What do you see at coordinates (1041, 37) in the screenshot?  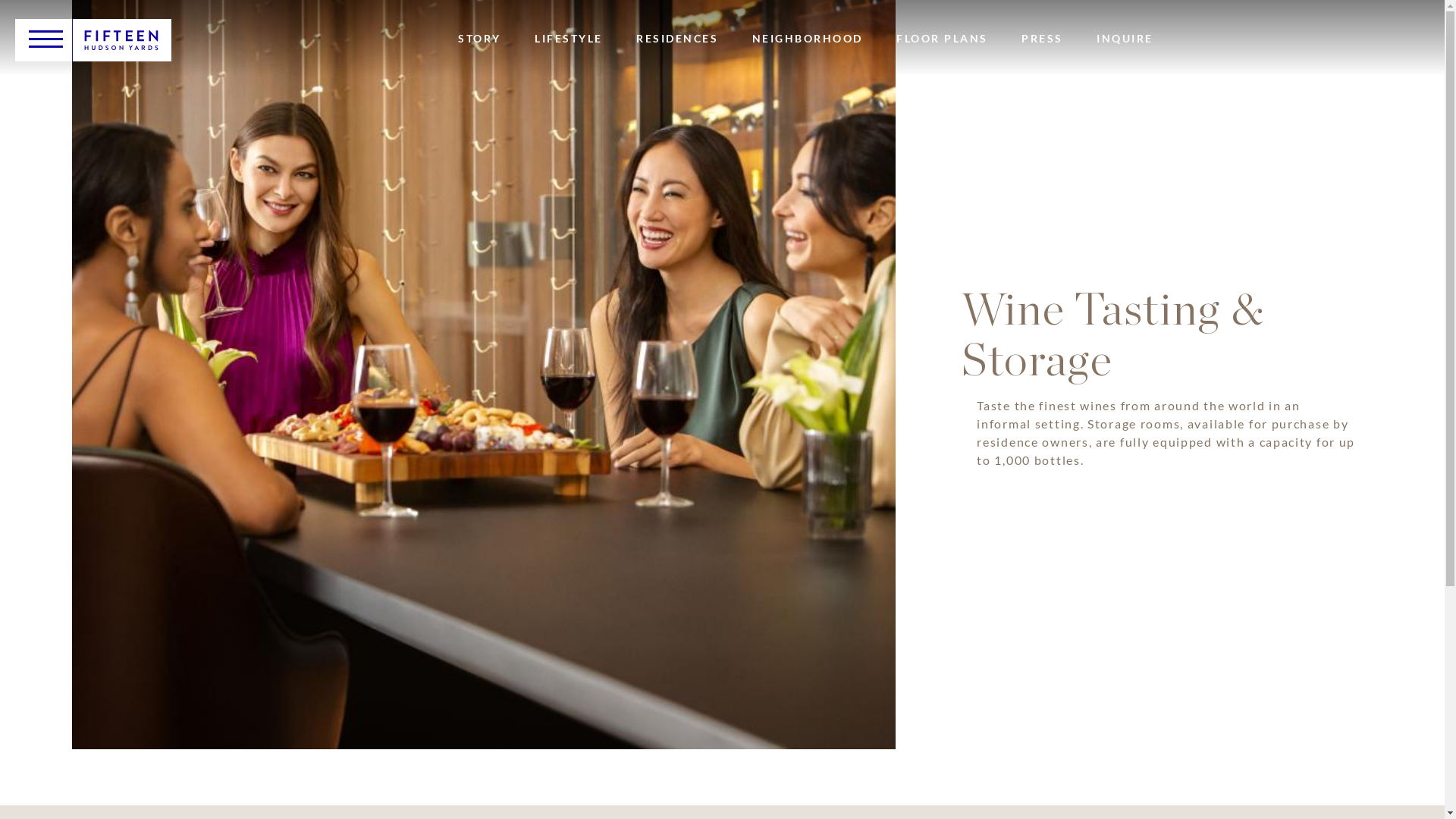 I see `'PRESS'` at bounding box center [1041, 37].